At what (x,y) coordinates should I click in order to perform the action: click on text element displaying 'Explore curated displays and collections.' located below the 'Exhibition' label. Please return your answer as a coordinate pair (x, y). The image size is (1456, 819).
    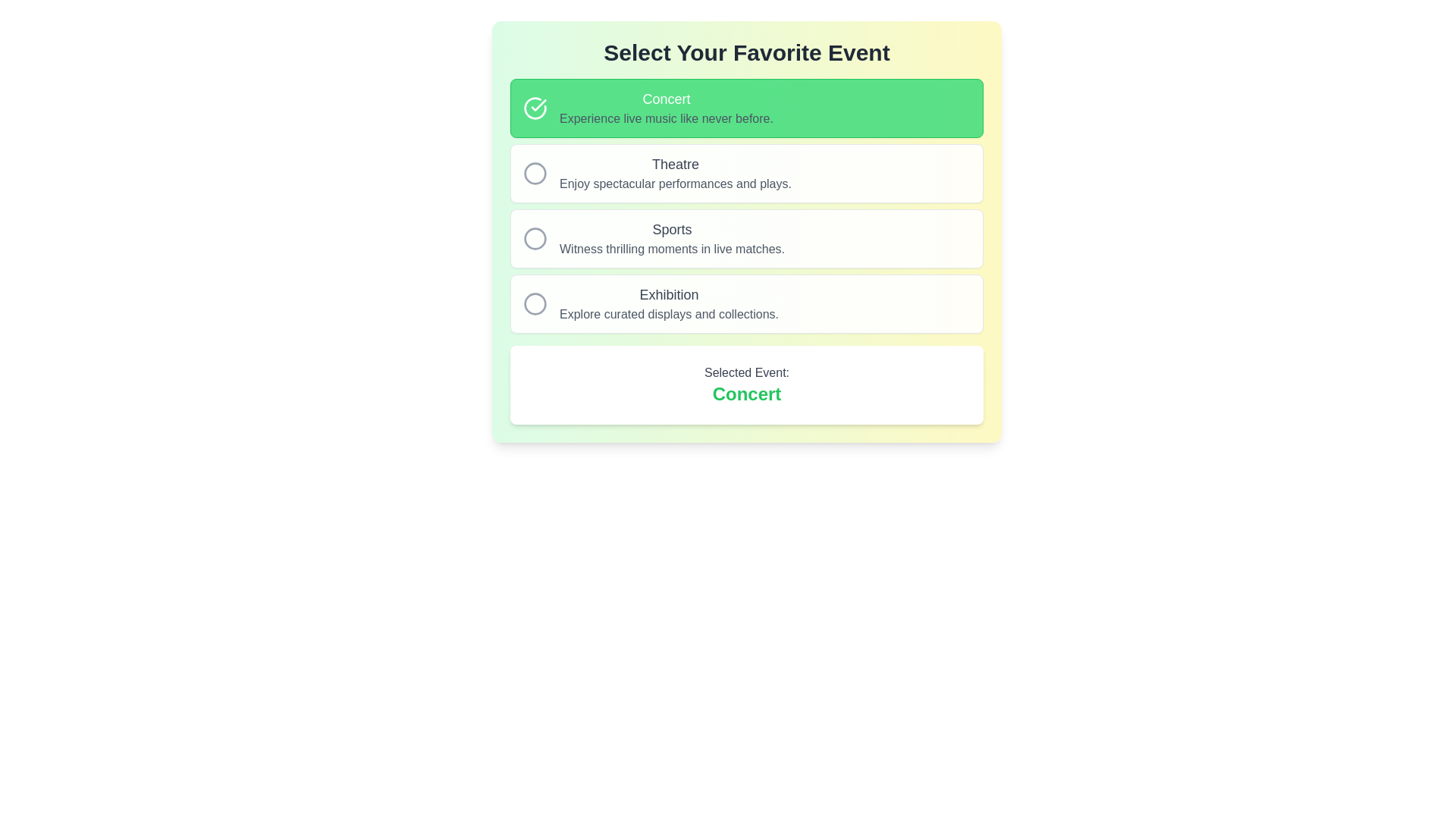
    Looking at the image, I should click on (668, 314).